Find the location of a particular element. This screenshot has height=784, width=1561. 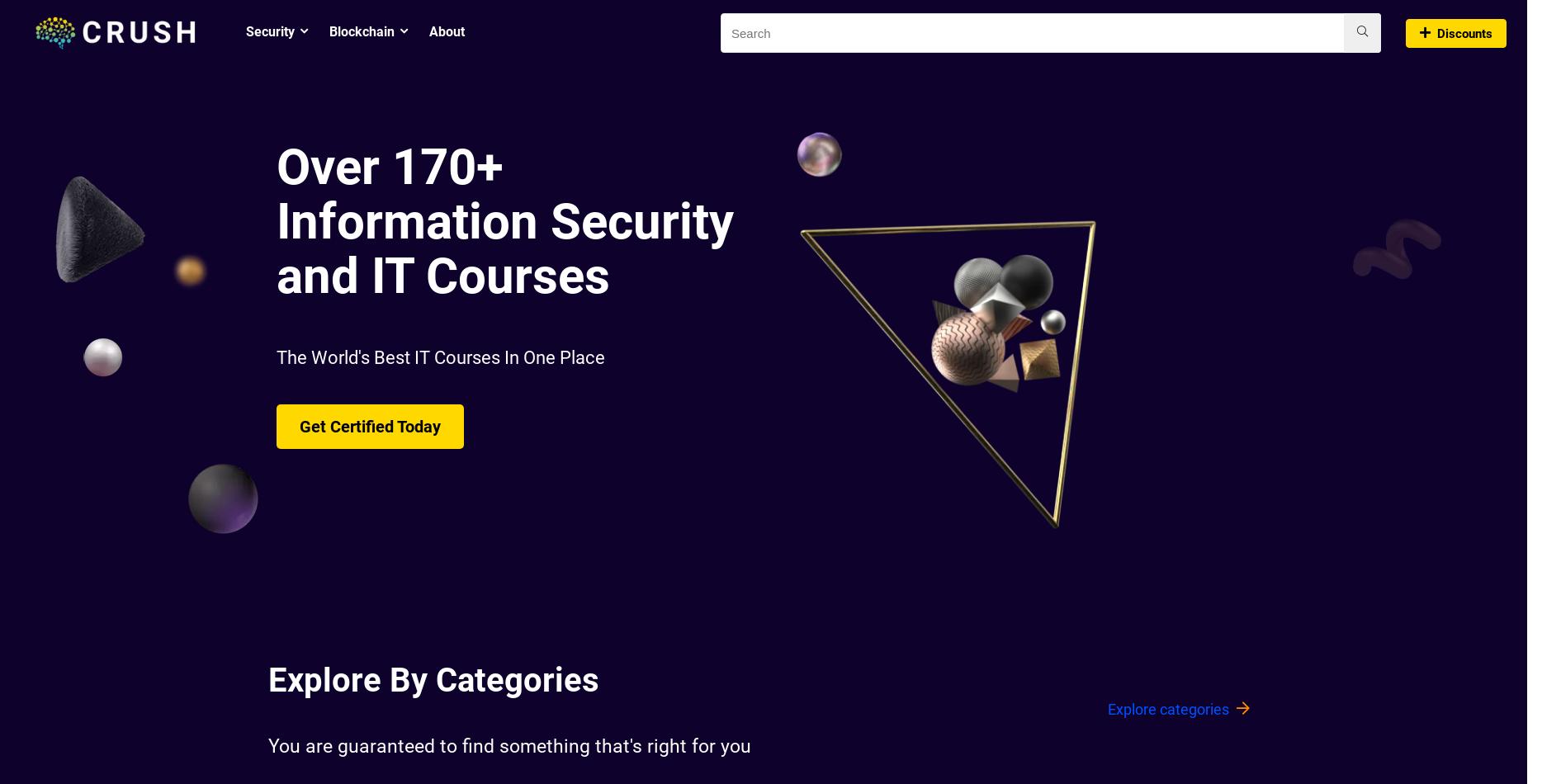

'About' is located at coordinates (446, 31).